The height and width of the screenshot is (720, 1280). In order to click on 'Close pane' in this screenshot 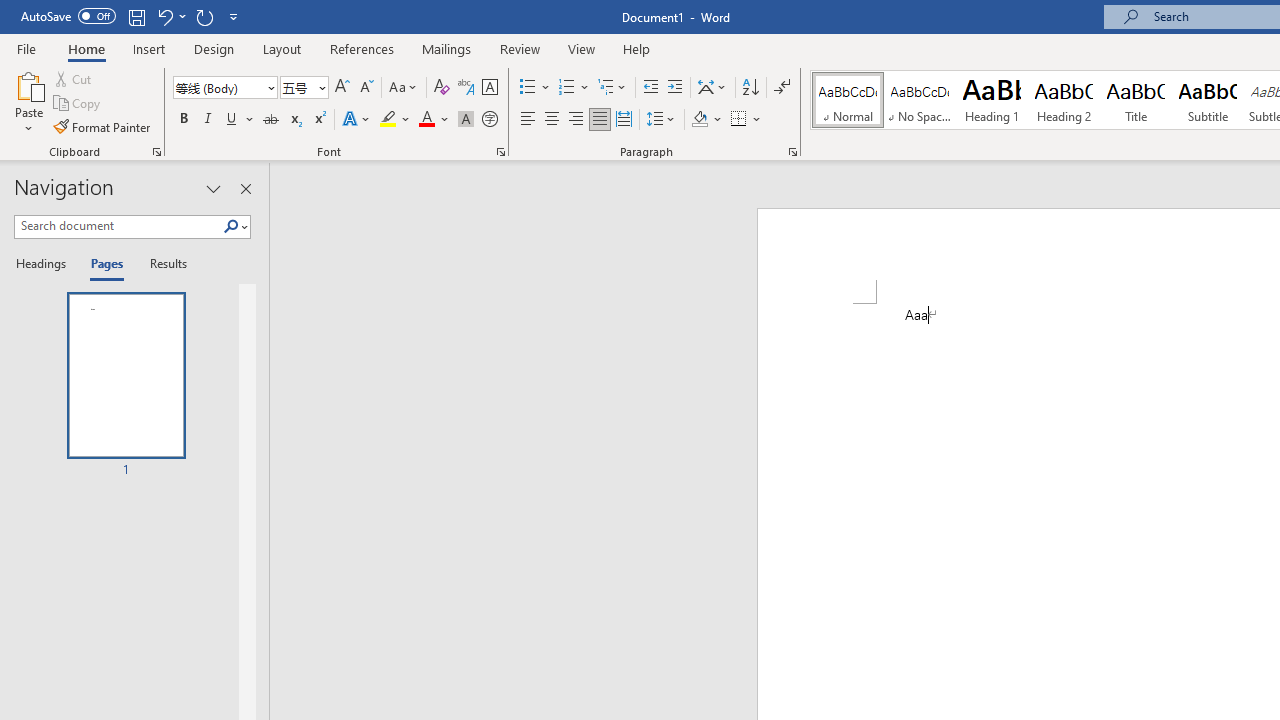, I will do `click(245, 189)`.